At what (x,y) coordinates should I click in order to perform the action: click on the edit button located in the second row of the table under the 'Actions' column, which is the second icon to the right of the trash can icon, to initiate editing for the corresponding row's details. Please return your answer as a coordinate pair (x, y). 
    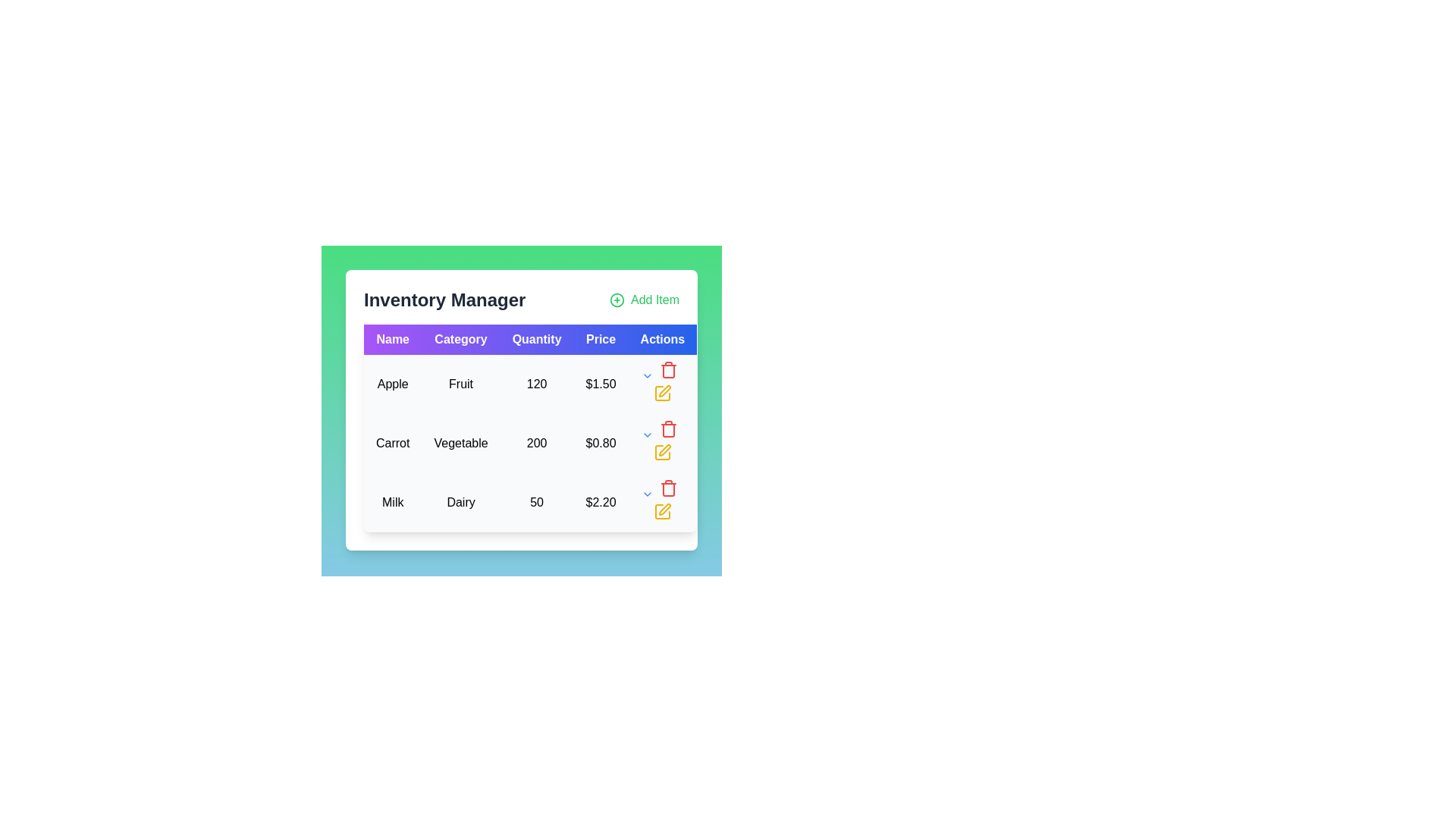
    Looking at the image, I should click on (662, 452).